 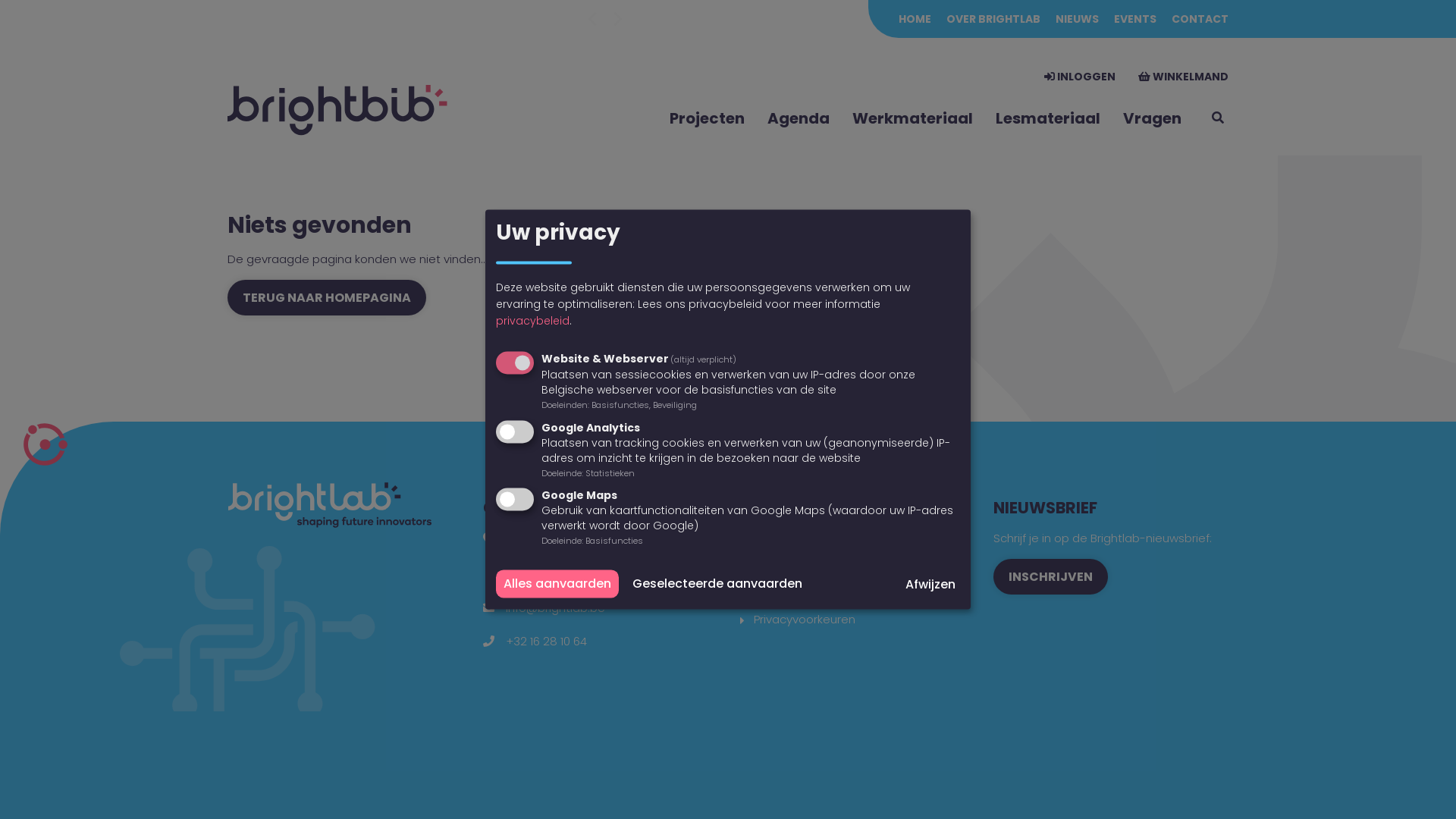 What do you see at coordinates (811, 592) in the screenshot?
I see `'Wettelijke informatie'` at bounding box center [811, 592].